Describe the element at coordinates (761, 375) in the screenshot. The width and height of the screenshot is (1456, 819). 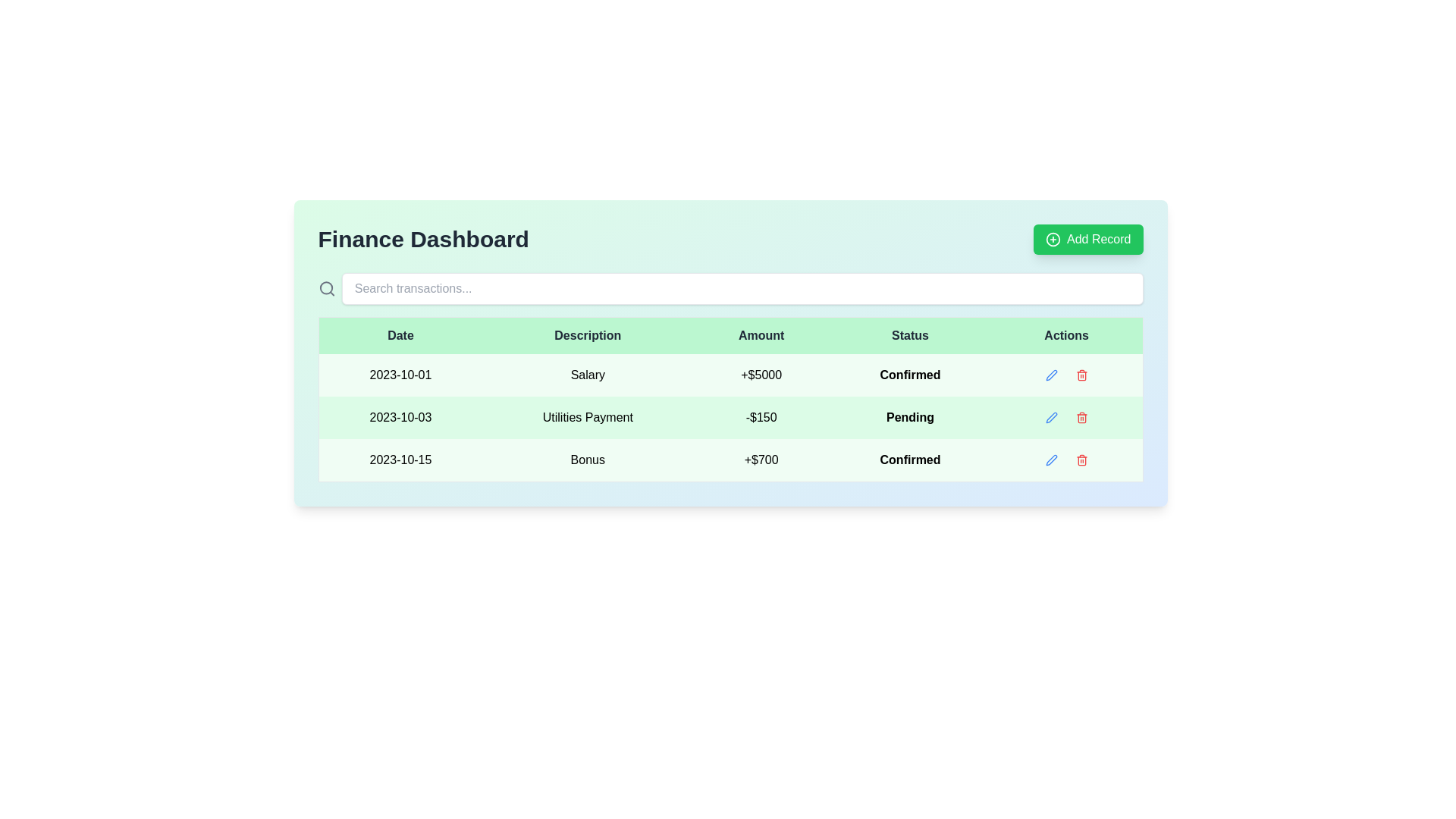
I see `the text display in the third column of the first row of the table that indicates a positive change of $5000, corresponding to the date '2023-10-01' and description 'Salary'` at that location.